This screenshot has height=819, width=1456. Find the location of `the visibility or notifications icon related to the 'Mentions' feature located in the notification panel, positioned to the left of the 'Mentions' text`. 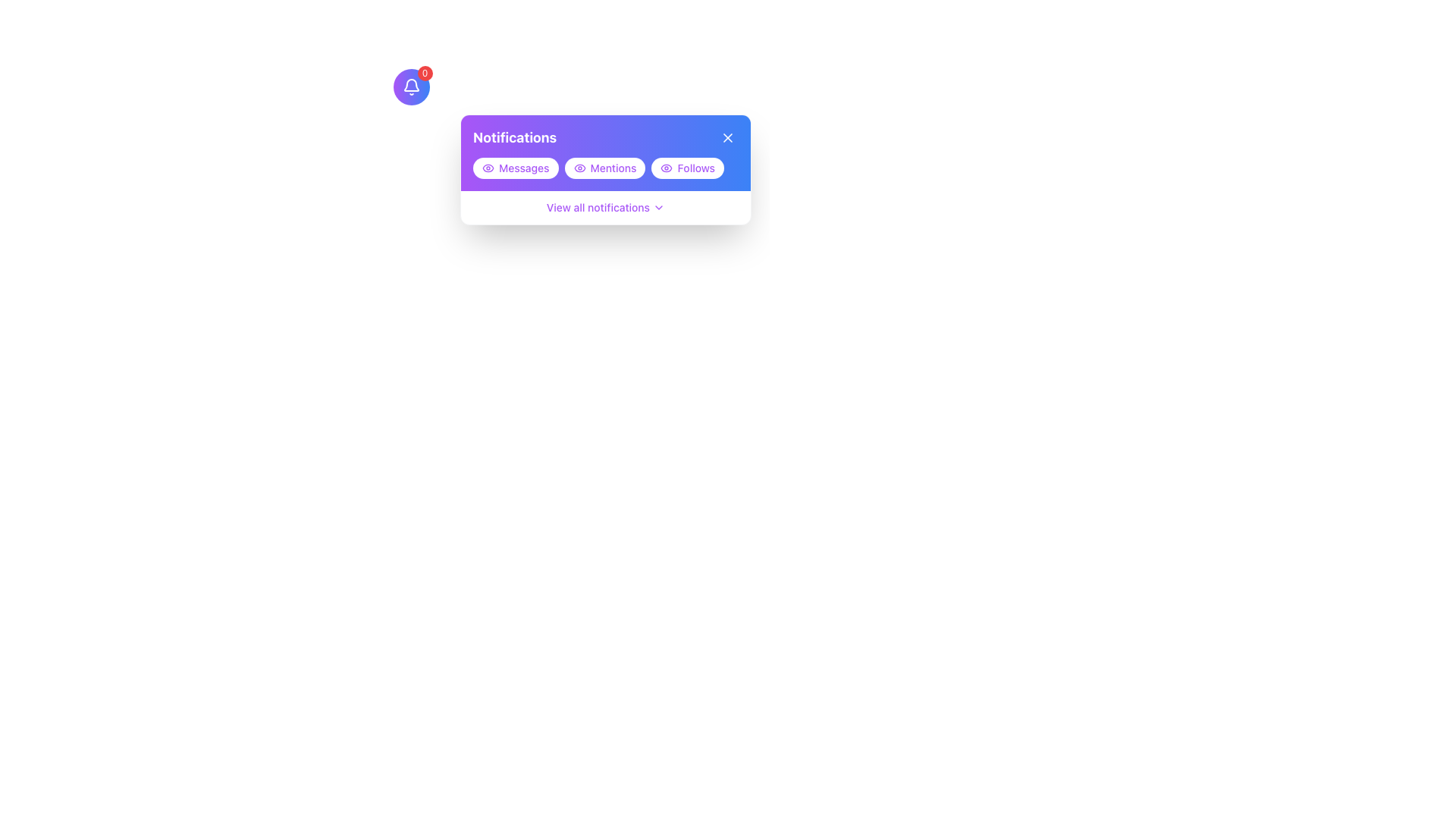

the visibility or notifications icon related to the 'Mentions' feature located in the notification panel, positioned to the left of the 'Mentions' text is located at coordinates (579, 168).